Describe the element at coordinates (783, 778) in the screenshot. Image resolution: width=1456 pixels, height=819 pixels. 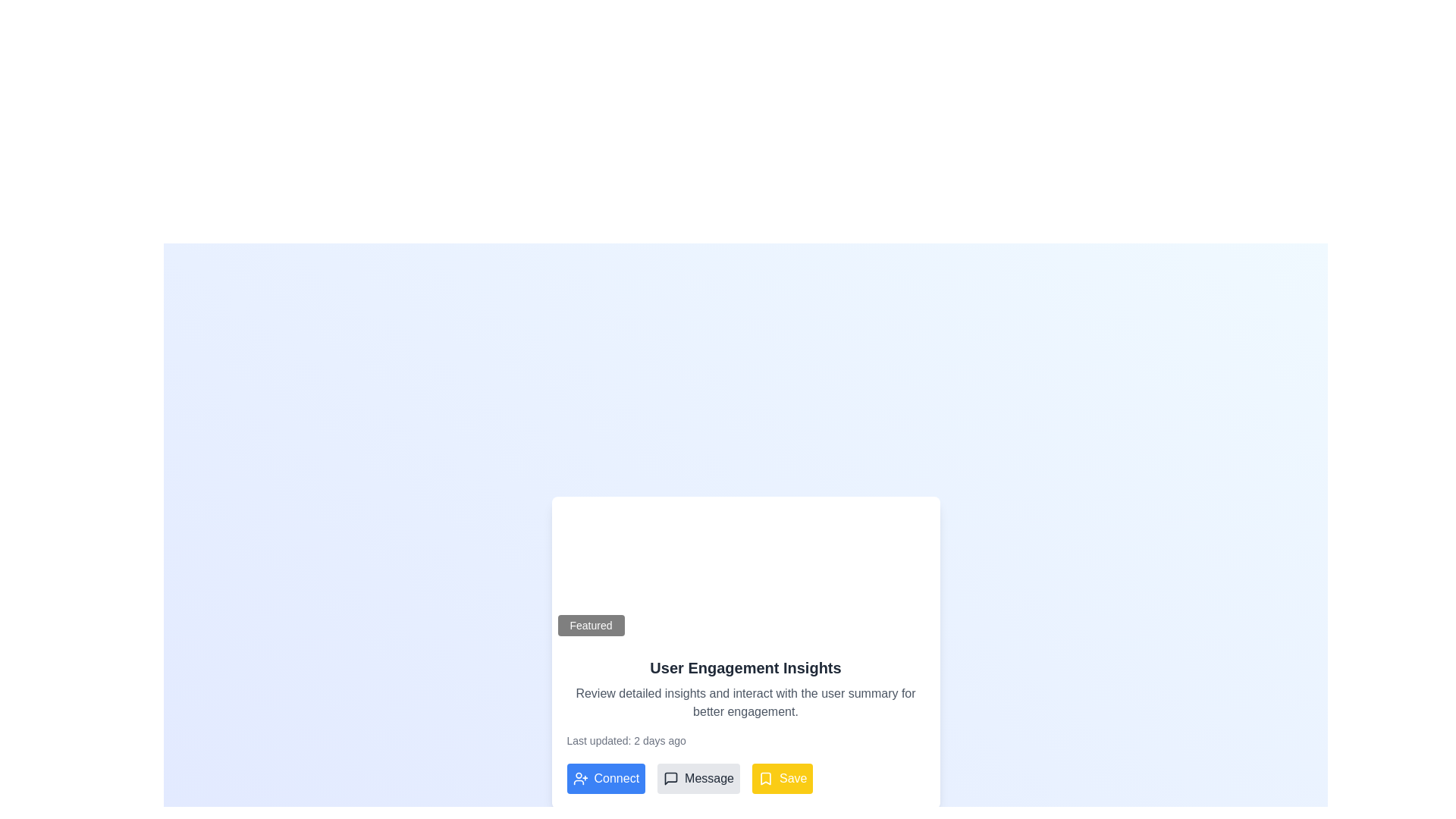
I see `the 'Save' button, which is a vibrant yellow rectangular button with white text and a bookmark icon, located at the bottom of the card layout` at that location.